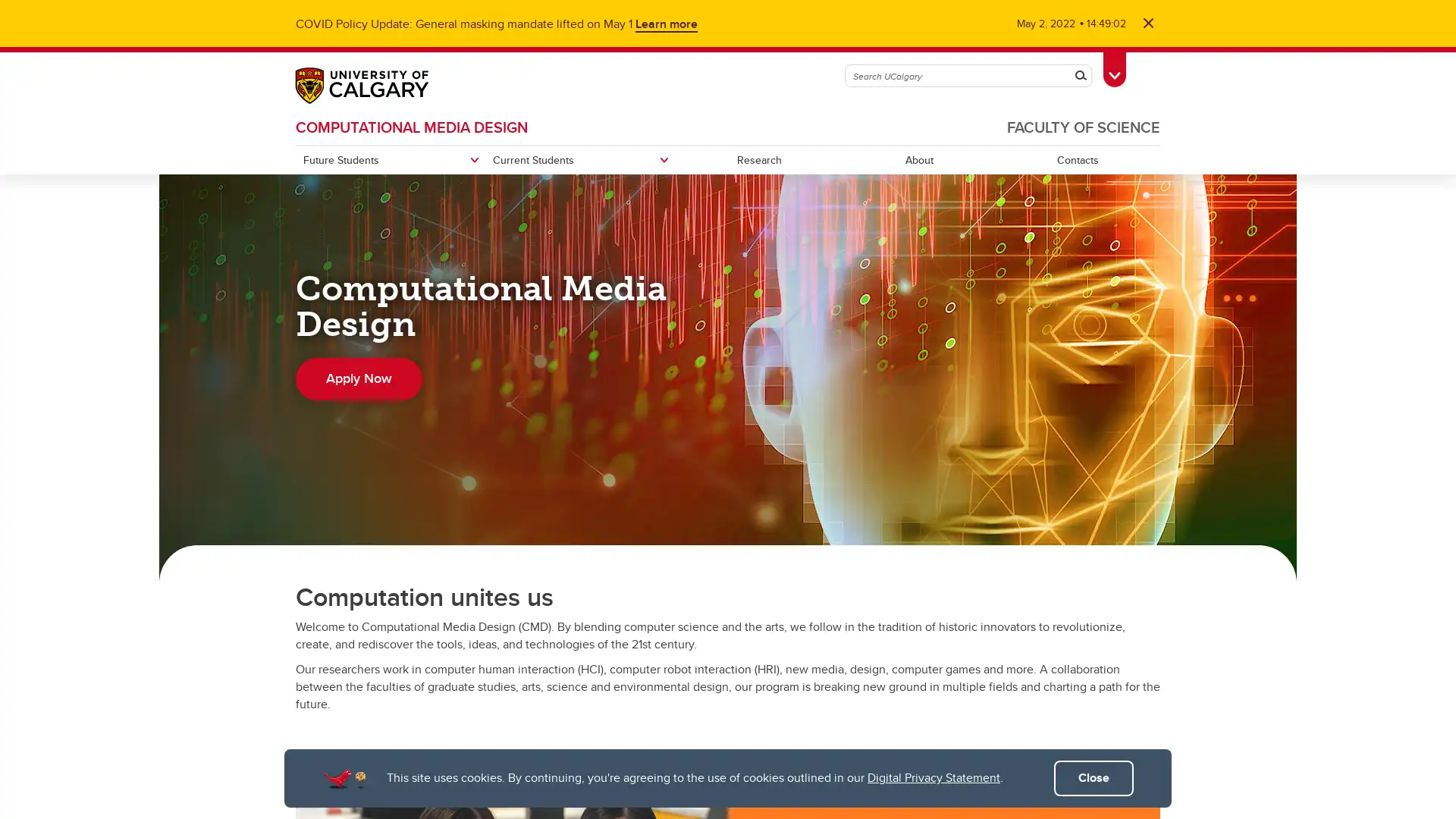  What do you see at coordinates (1080, 76) in the screenshot?
I see `Search` at bounding box center [1080, 76].